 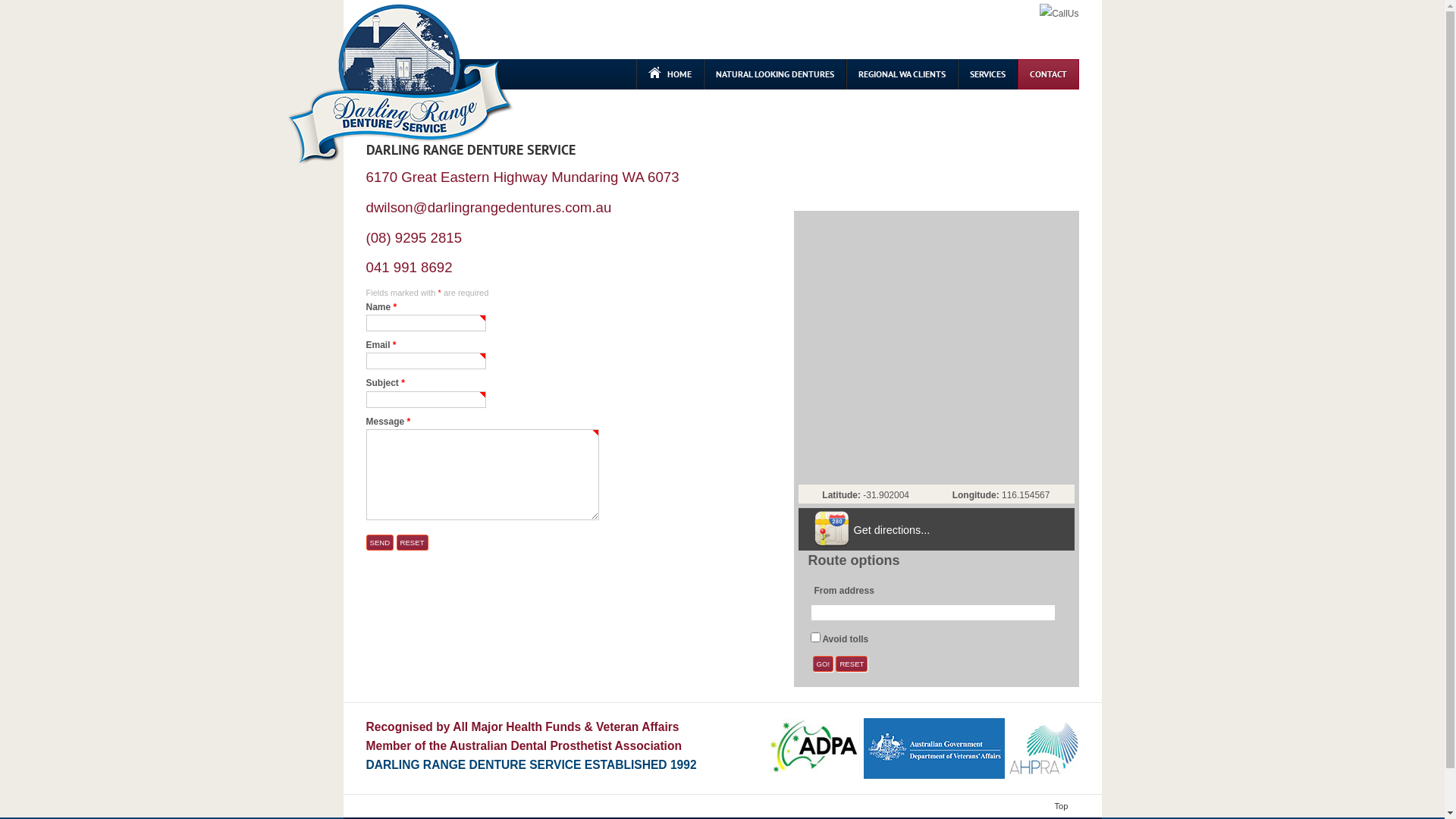 I want to click on 'REGIONAL WA CLIENTS', so click(x=902, y=74).